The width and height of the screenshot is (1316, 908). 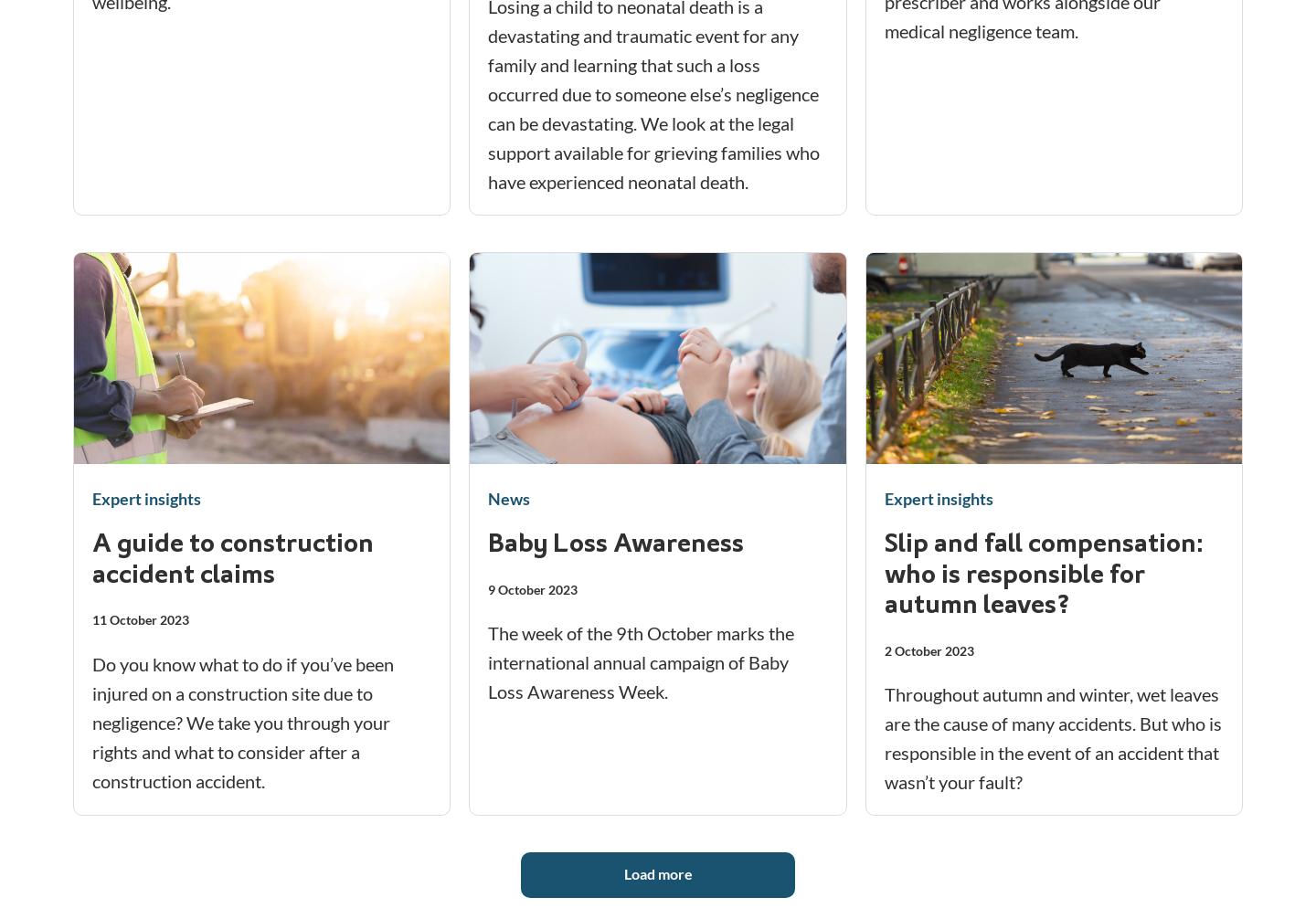 I want to click on '11 October 2023', so click(x=139, y=618).